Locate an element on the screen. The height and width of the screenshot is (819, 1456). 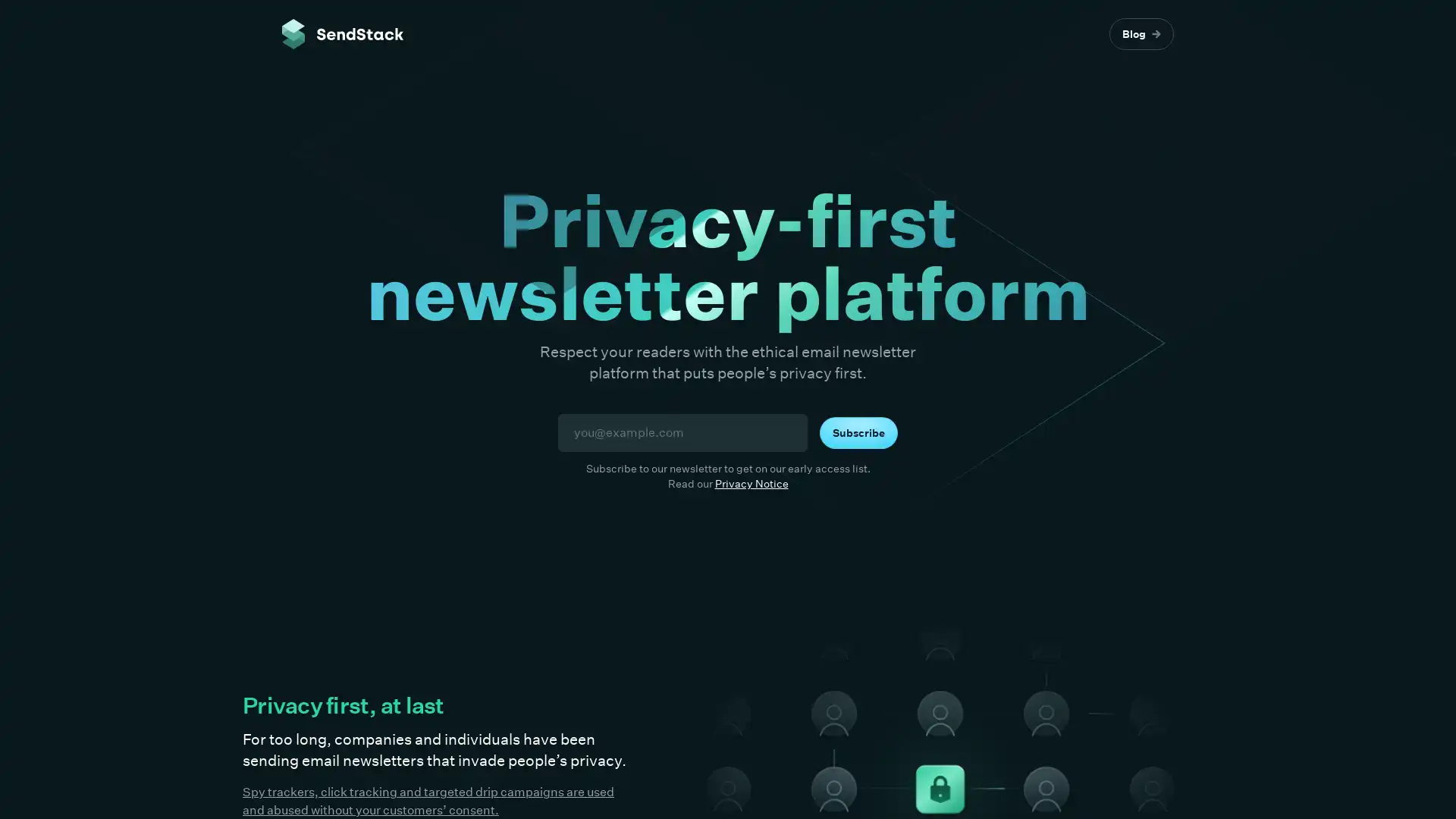
Subscribe is located at coordinates (858, 432).